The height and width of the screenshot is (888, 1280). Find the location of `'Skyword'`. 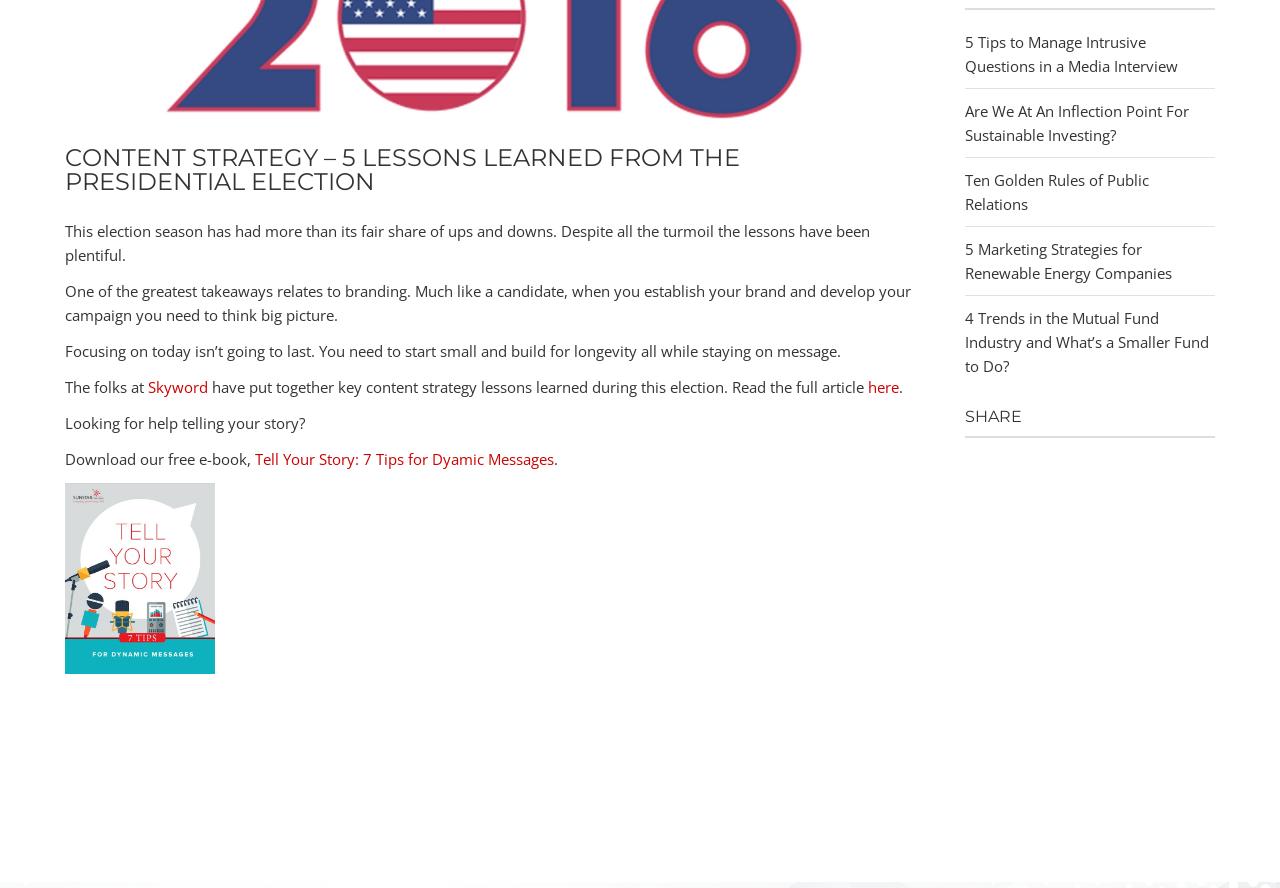

'Skyword' is located at coordinates (178, 386).